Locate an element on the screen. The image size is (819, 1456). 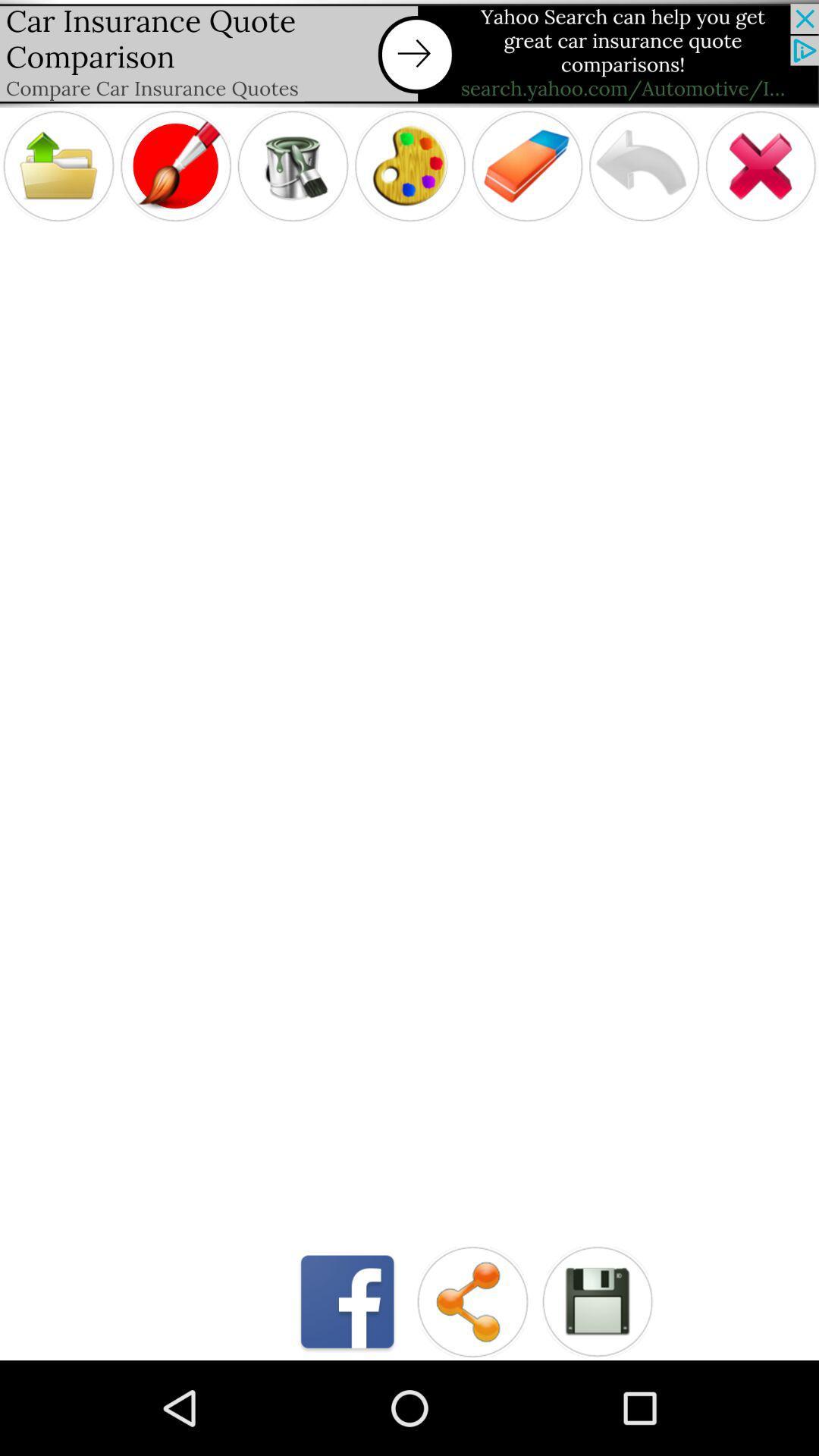
the folder icon is located at coordinates (58, 177).